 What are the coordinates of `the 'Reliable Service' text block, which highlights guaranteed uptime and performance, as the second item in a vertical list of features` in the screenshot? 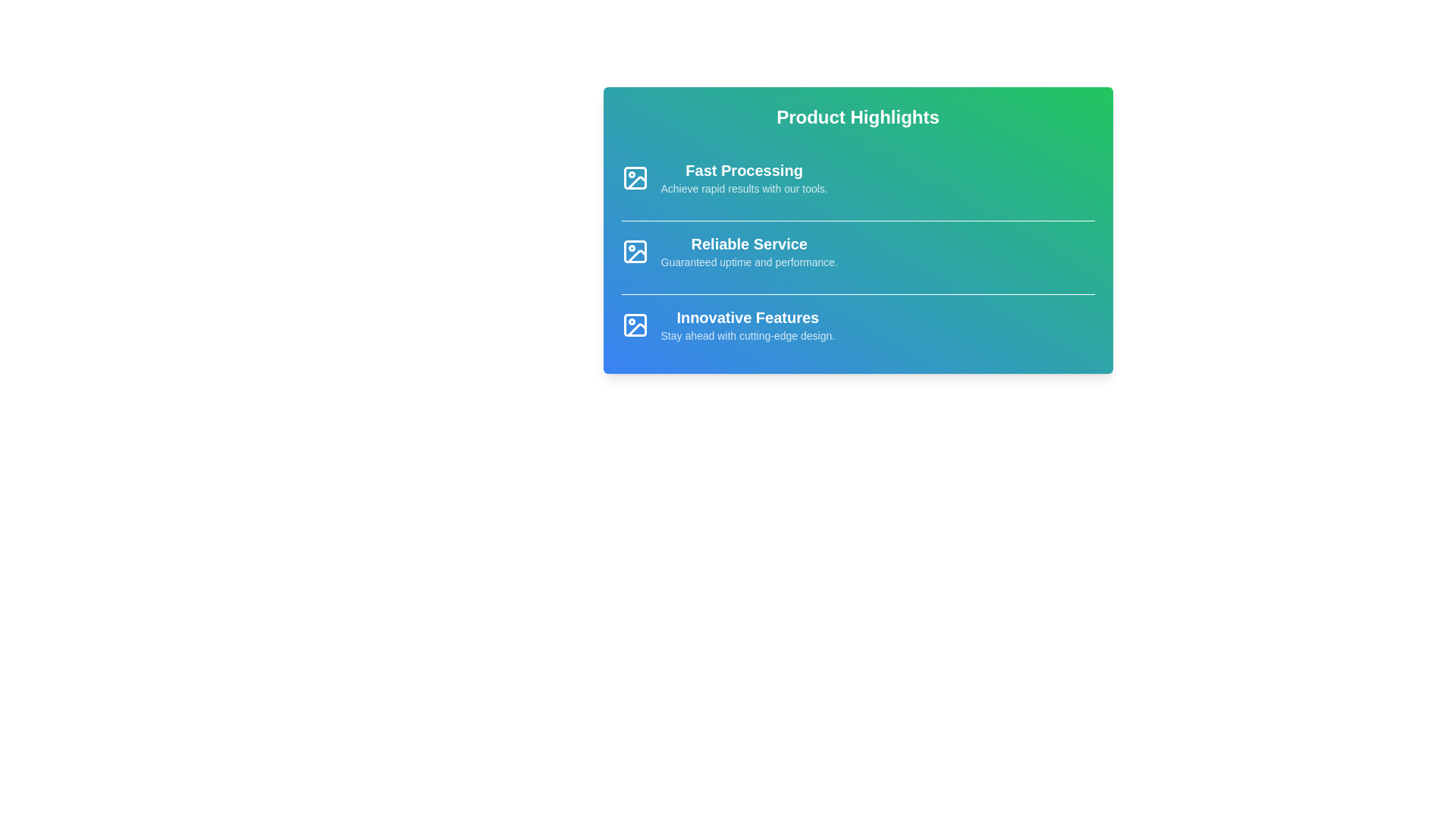 It's located at (749, 250).